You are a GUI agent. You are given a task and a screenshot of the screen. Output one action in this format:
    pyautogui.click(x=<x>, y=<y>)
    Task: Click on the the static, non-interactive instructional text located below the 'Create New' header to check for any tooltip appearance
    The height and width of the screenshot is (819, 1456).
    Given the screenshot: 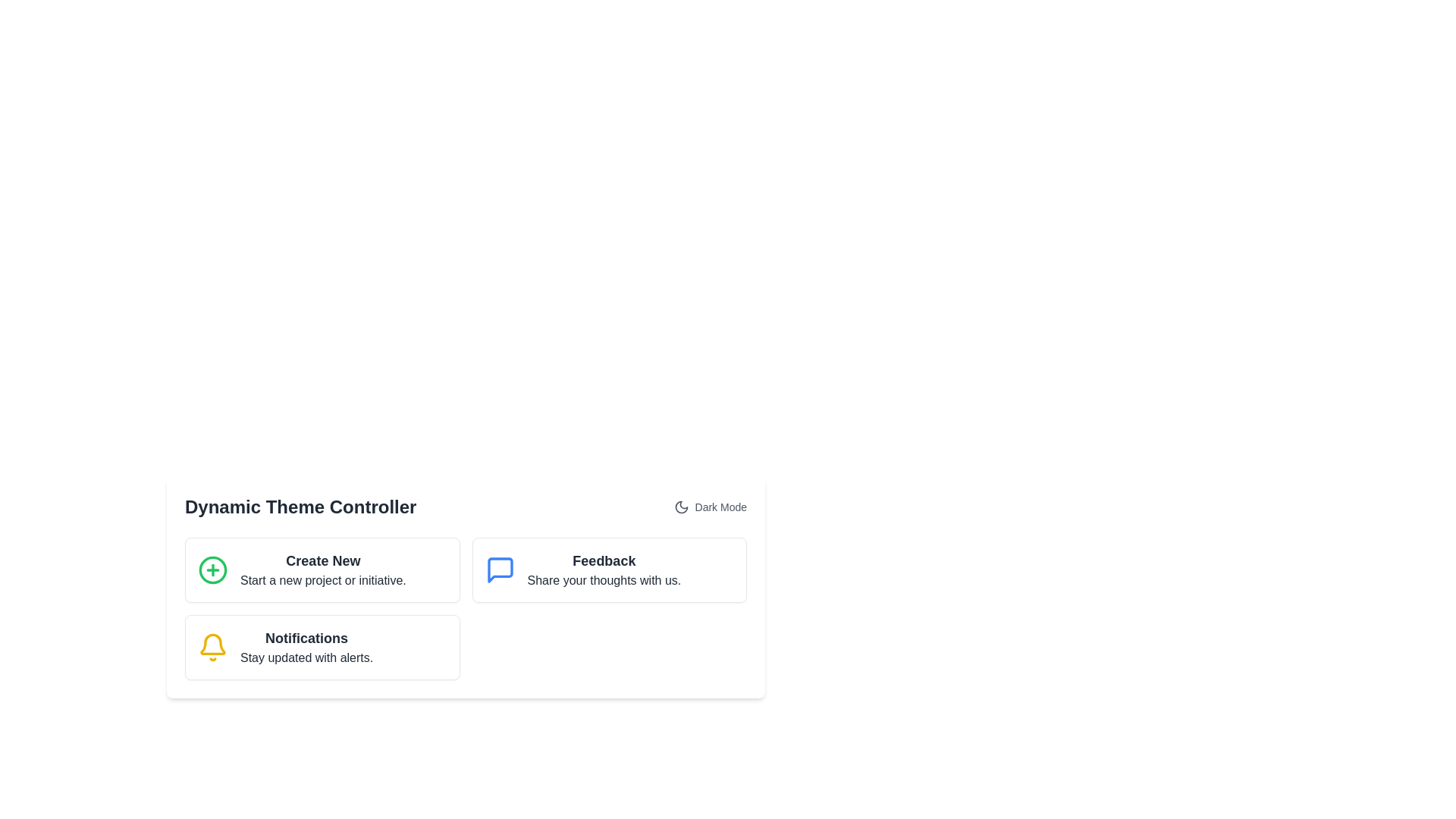 What is the action you would take?
    pyautogui.click(x=322, y=580)
    